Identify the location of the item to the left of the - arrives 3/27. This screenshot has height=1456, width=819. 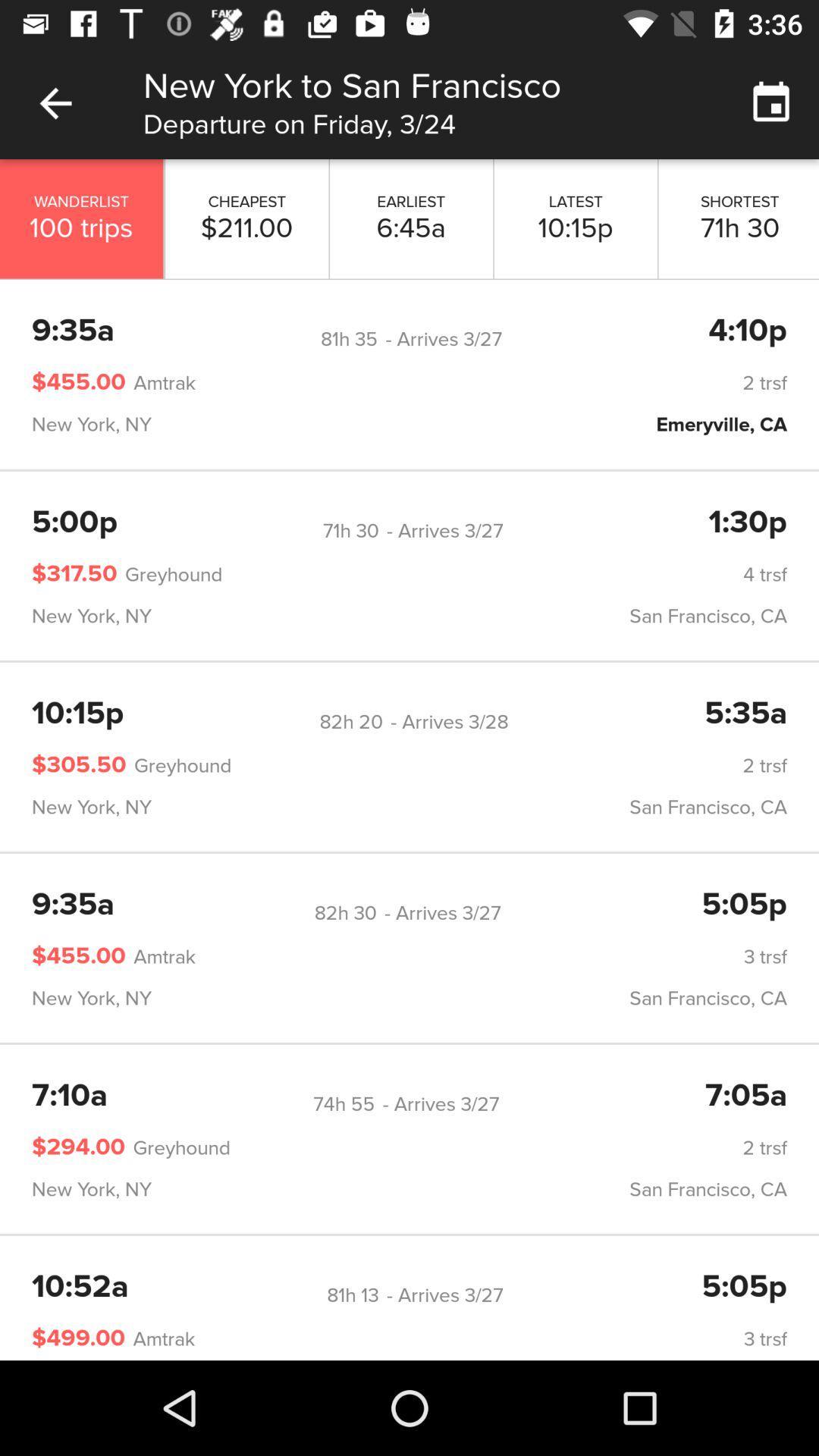
(345, 912).